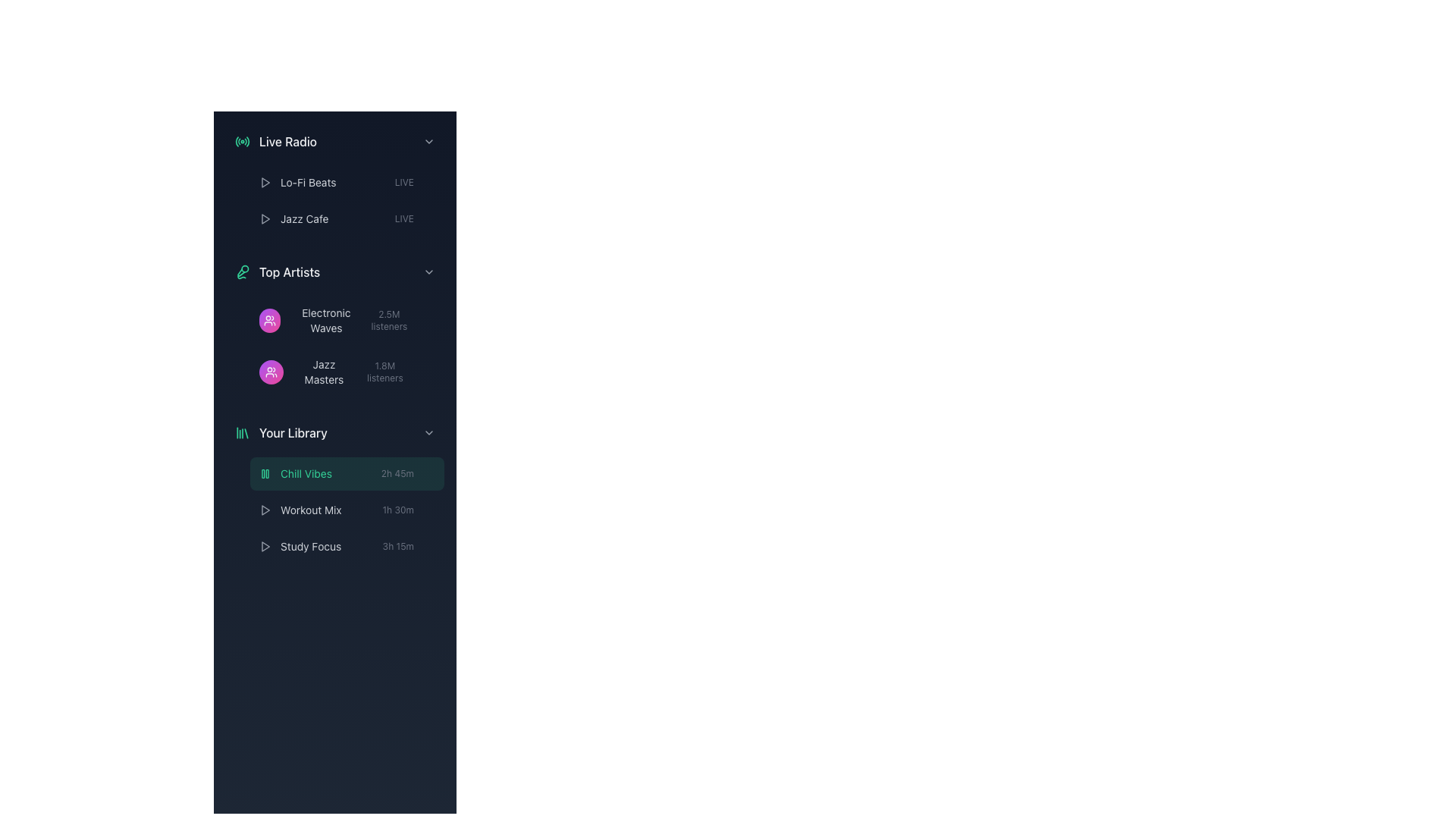 The image size is (1456, 819). What do you see at coordinates (265, 510) in the screenshot?
I see `the small play button represented by a triangular icon in the 'Your Library' section to play 'Workout Mix.'` at bounding box center [265, 510].